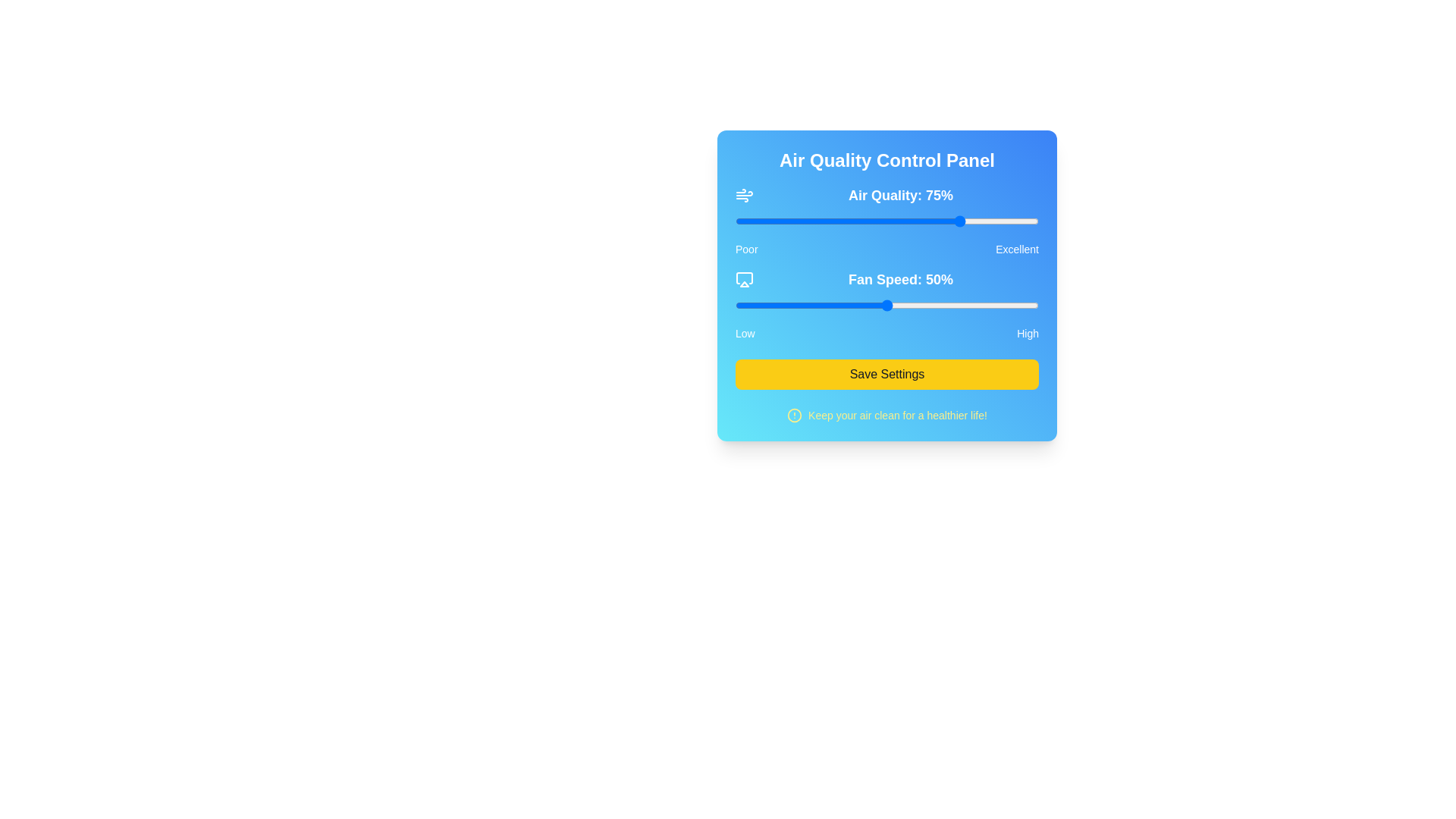 This screenshot has width=1456, height=819. What do you see at coordinates (898, 415) in the screenshot?
I see `motivational text located at the bottom of the UI panel, positioned to the right of an icon depicting a circle with a line inside` at bounding box center [898, 415].